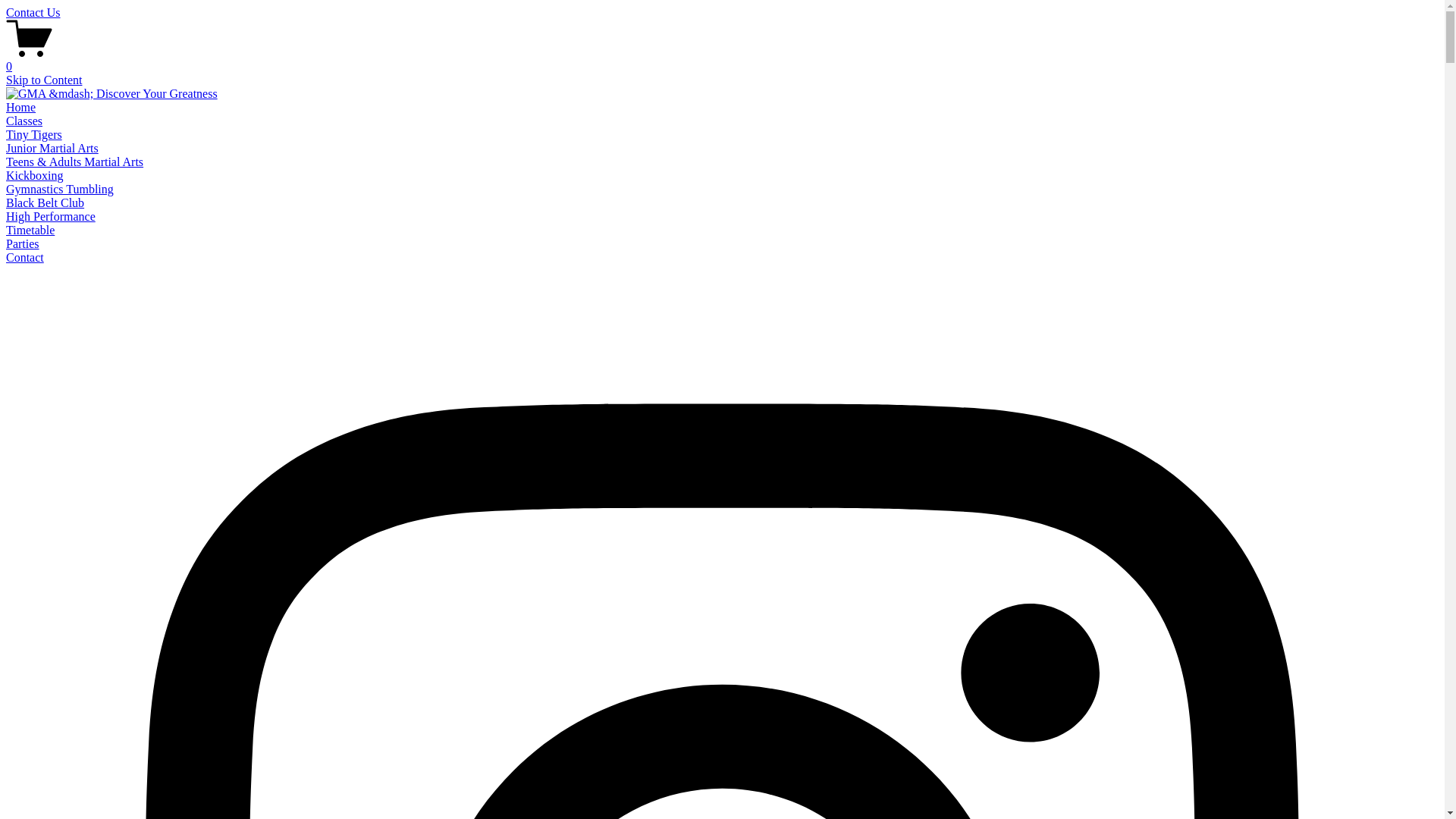  I want to click on 'Teens & Adults Martial Arts', so click(74, 162).